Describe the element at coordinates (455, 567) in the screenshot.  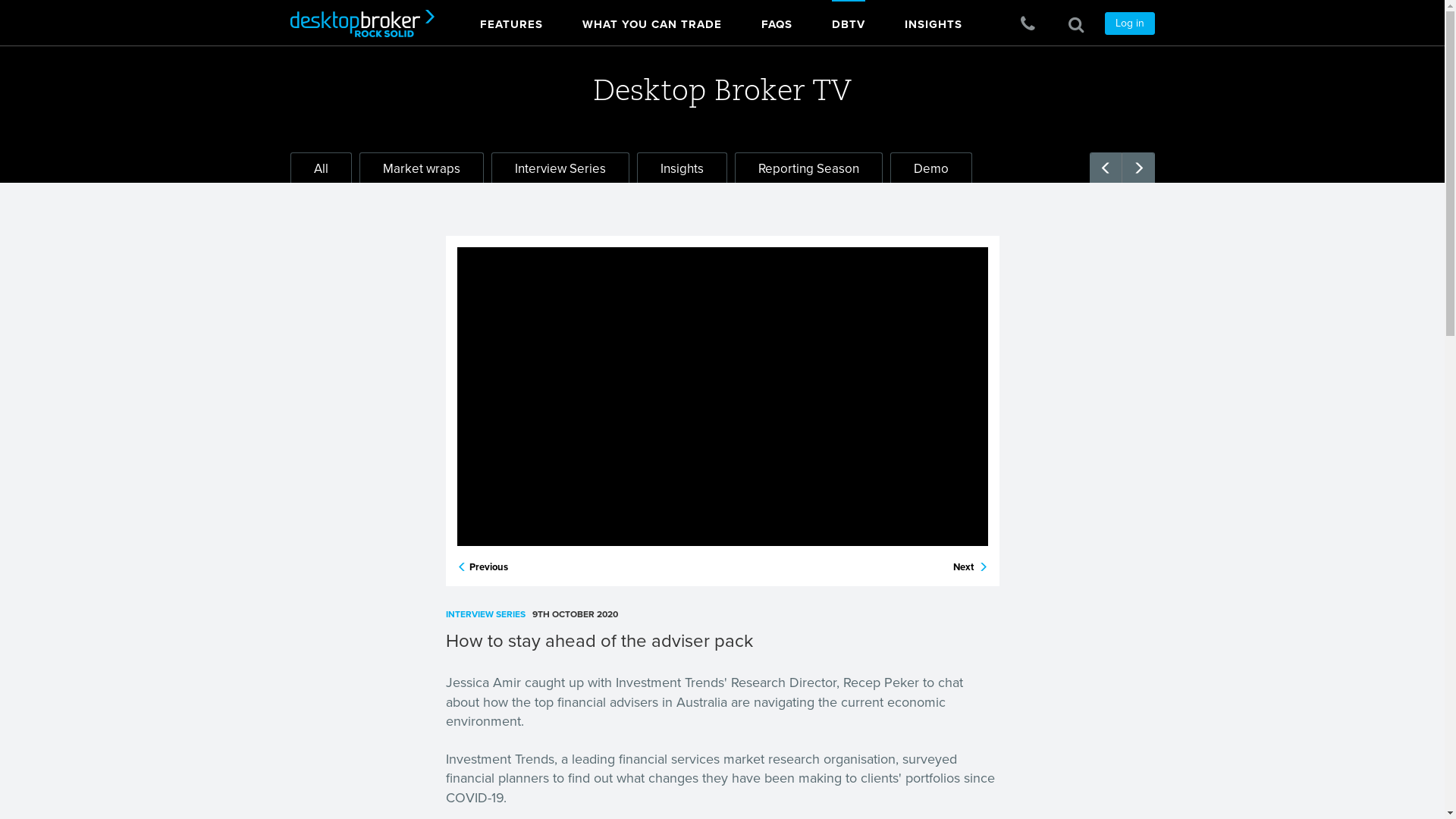
I see `'Previous'` at that location.